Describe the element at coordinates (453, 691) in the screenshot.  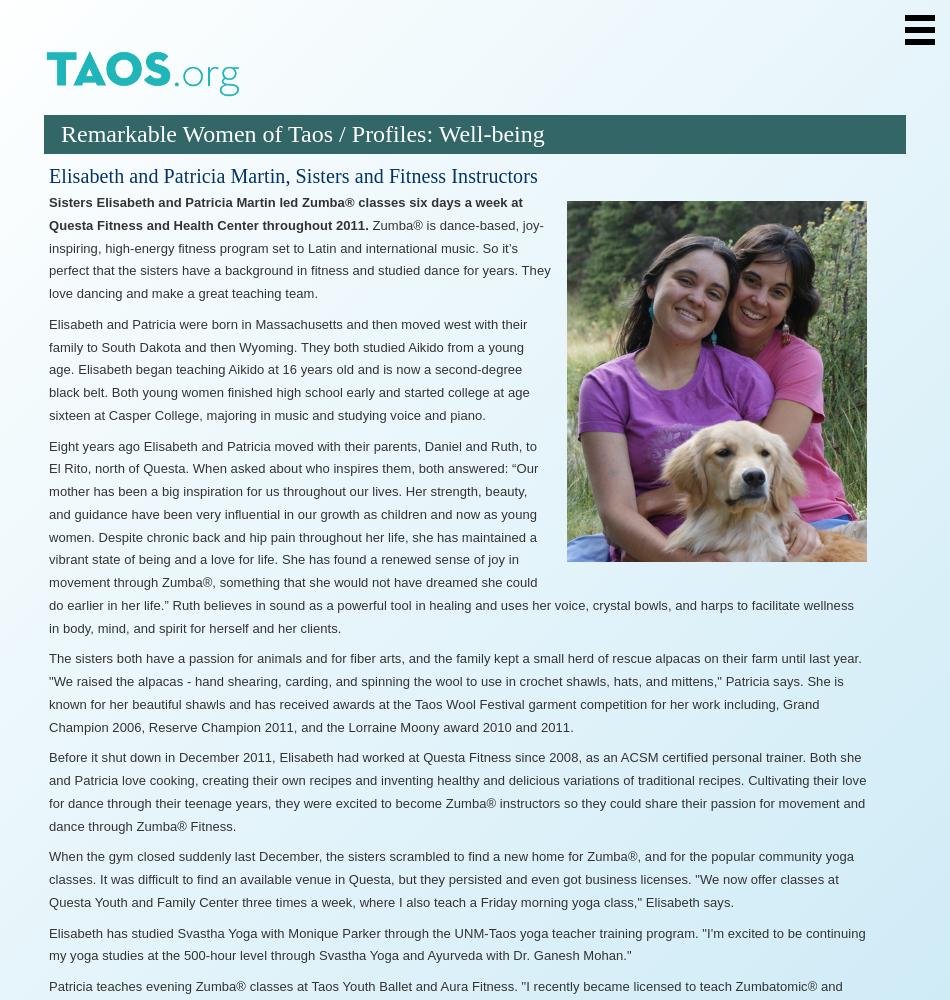
I see `'The sisters both have a passion for animals and for fiber arts, and the family kept a small herd of rescue alpacas on their farm until last year. "We raised the alpacas - hand shearing, carding, and spinning the wool to use in crochet shawls, hats, and mittens," Patricia says. She is known for her beautiful shawls and has received awards at the Taos Wool Festival garment competition for her work including, Grand Champion 2006, Reserve Champion 2011, and the Lorraine Moony award 2010 and 2011.'` at that location.